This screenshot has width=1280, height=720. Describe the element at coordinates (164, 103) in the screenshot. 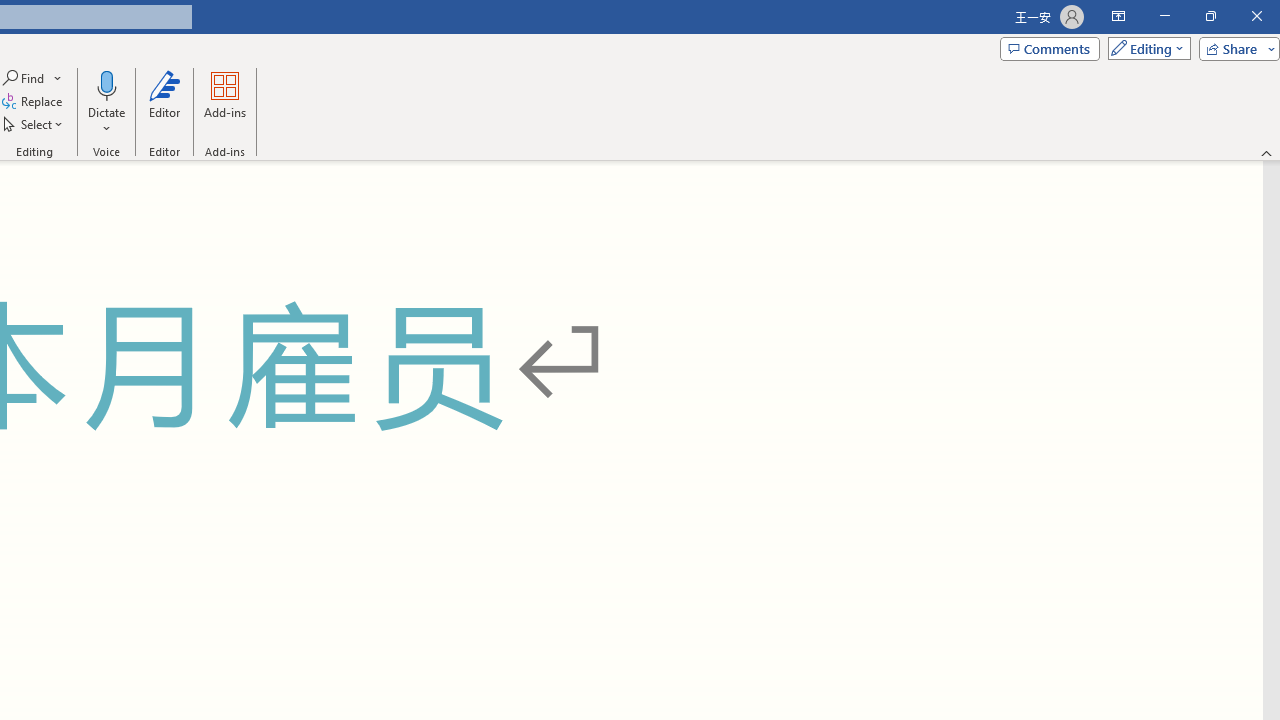

I see `'Editor'` at that location.